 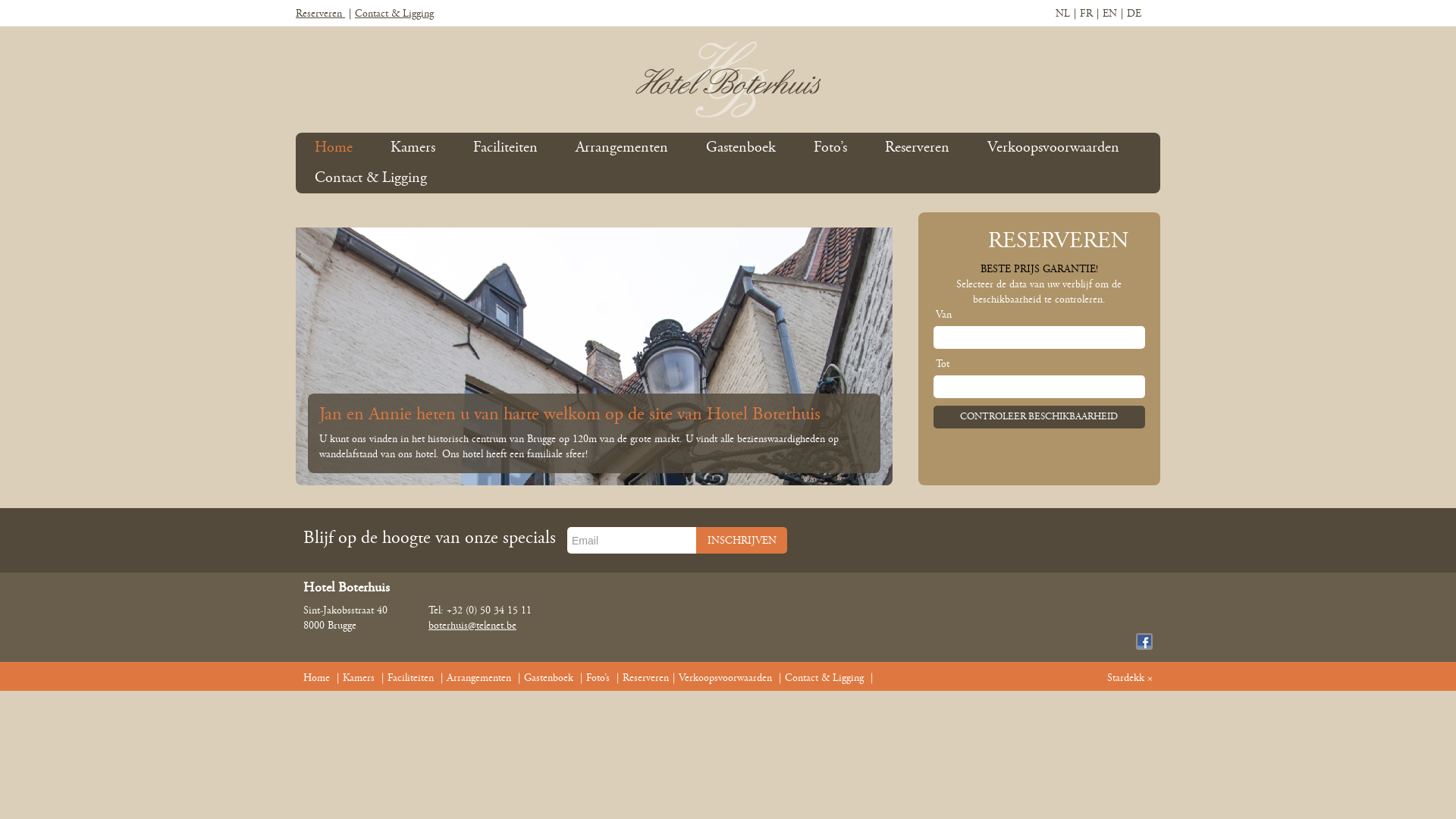 What do you see at coordinates (1062, 14) in the screenshot?
I see `'NL'` at bounding box center [1062, 14].